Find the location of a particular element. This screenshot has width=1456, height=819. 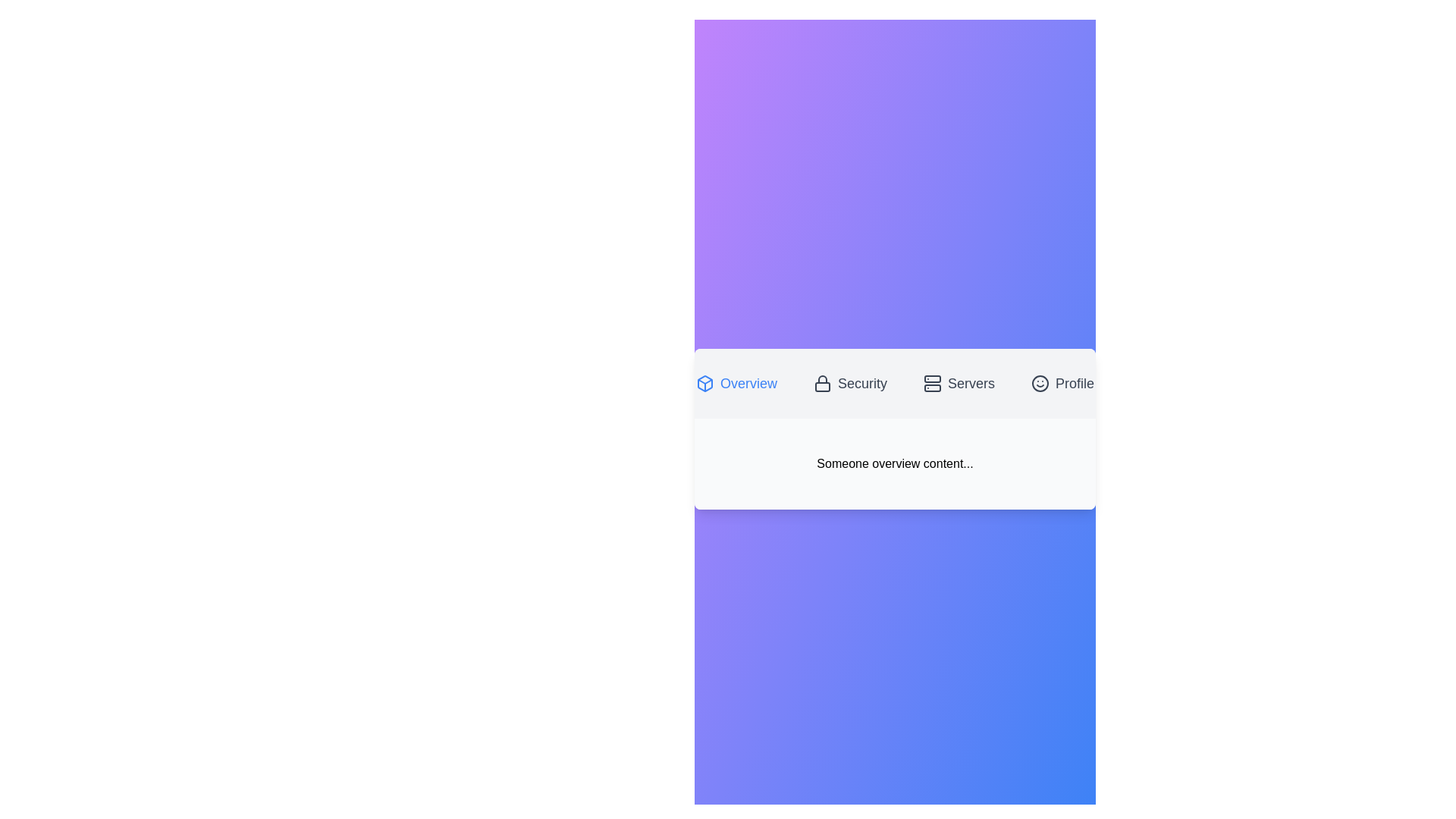

the 'Servers' menu item icon located near the center of the interface is located at coordinates (931, 382).